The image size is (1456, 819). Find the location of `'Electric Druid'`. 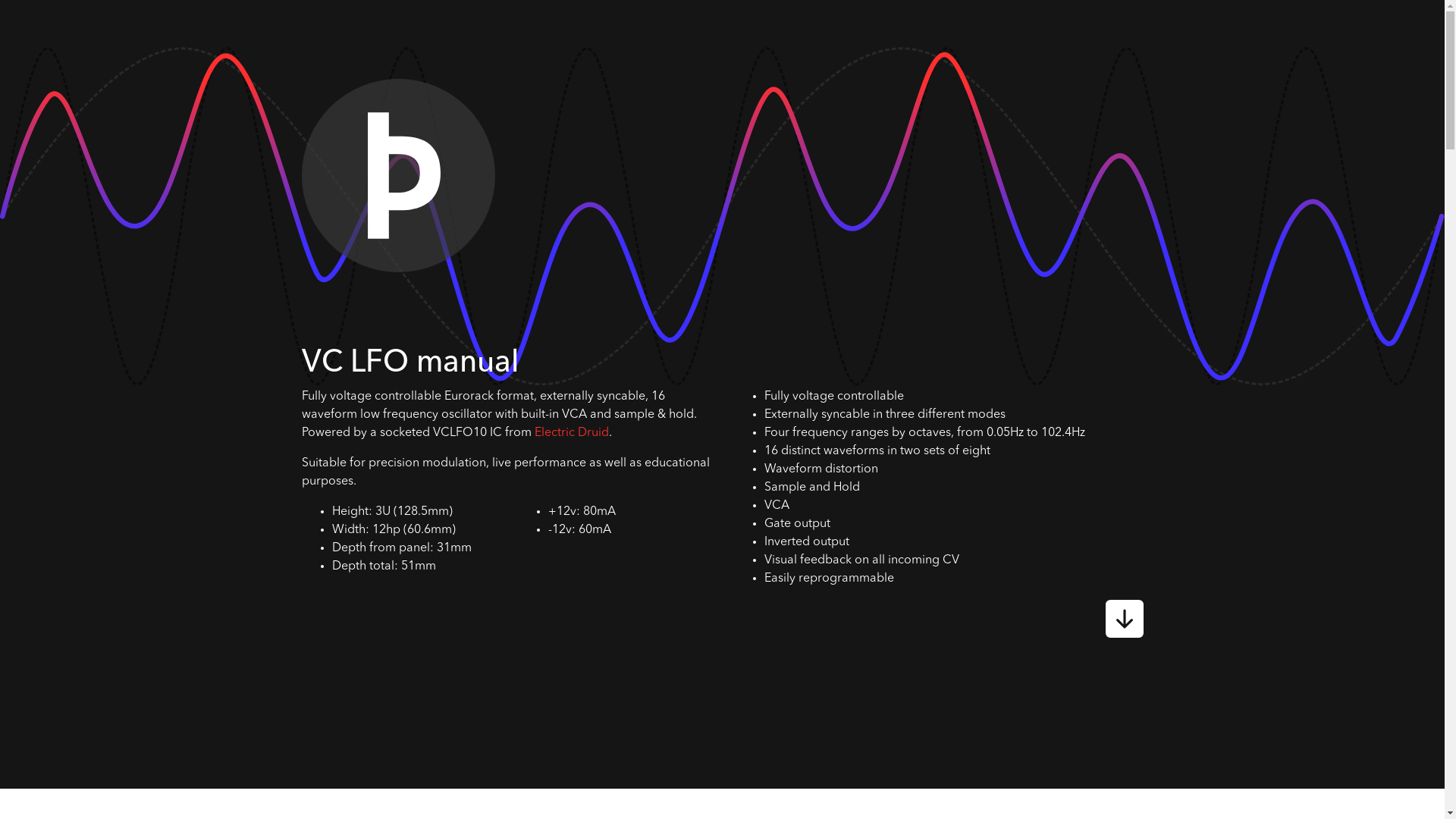

'Electric Druid' is located at coordinates (570, 432).